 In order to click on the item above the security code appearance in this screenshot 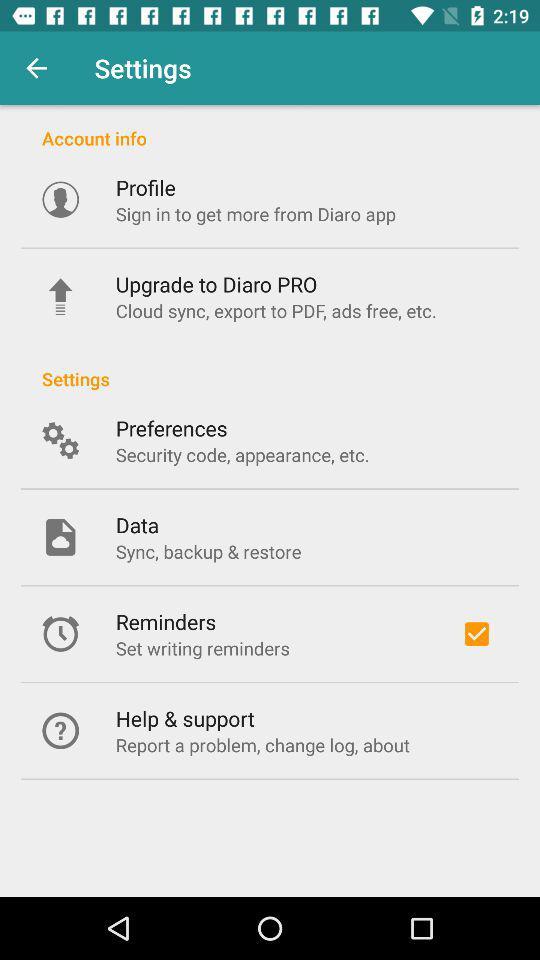, I will do `click(171, 428)`.